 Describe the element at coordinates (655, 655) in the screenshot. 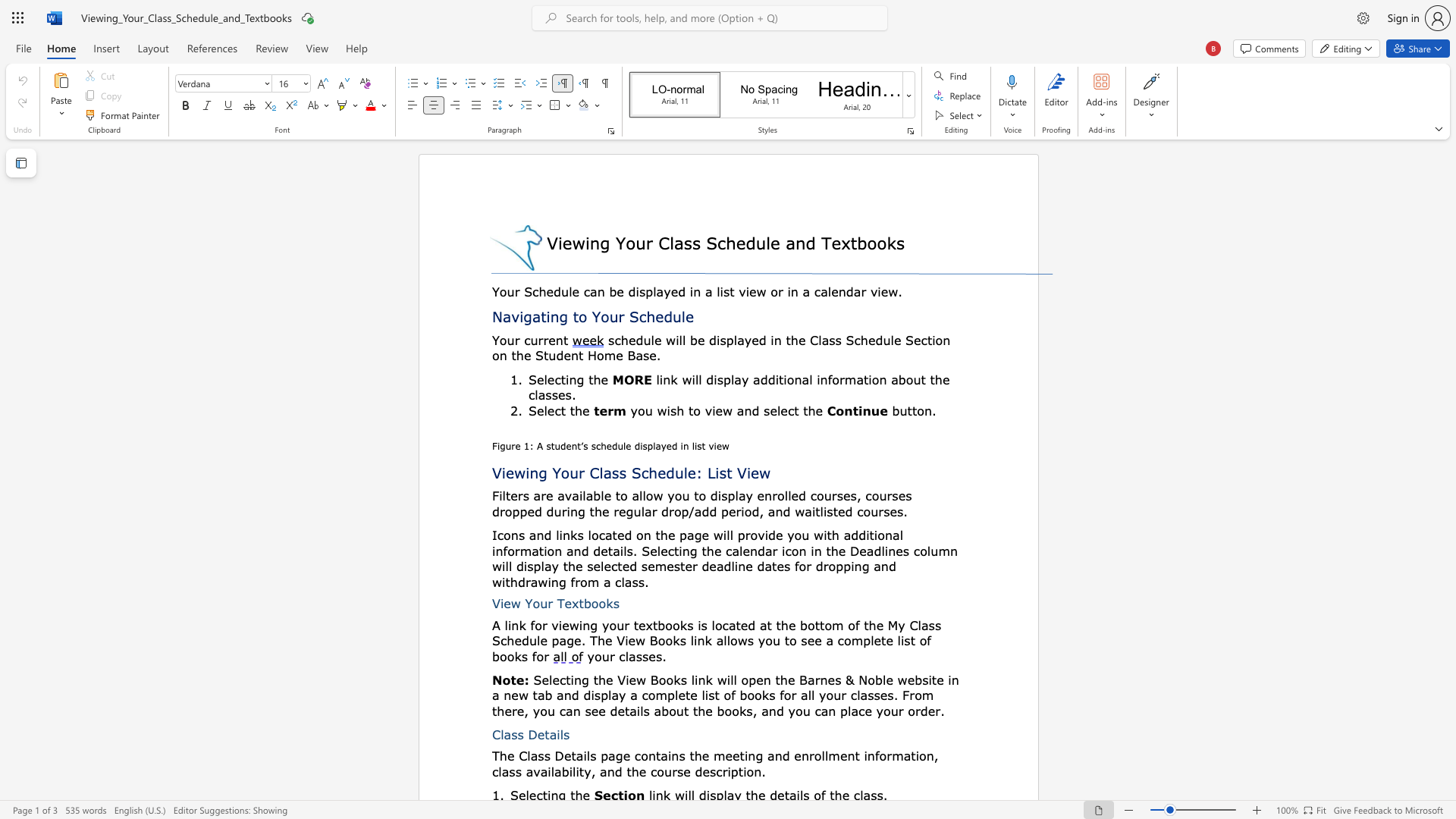

I see `the subset text "s." within the text "your classes."` at that location.